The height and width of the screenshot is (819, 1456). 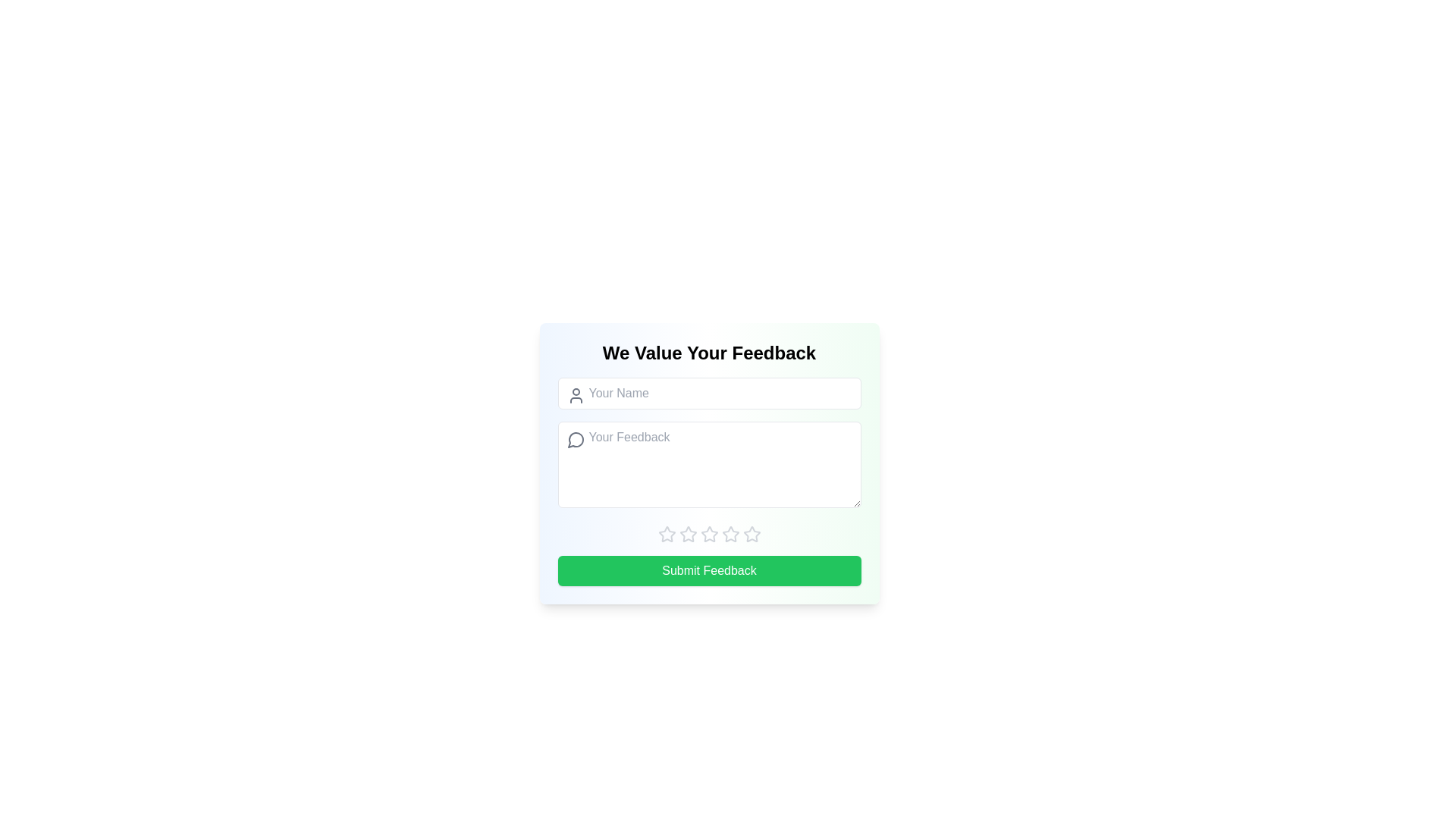 I want to click on the communication feedback icon located at the top-left inside the 'Your Feedback' input box, so click(x=575, y=439).